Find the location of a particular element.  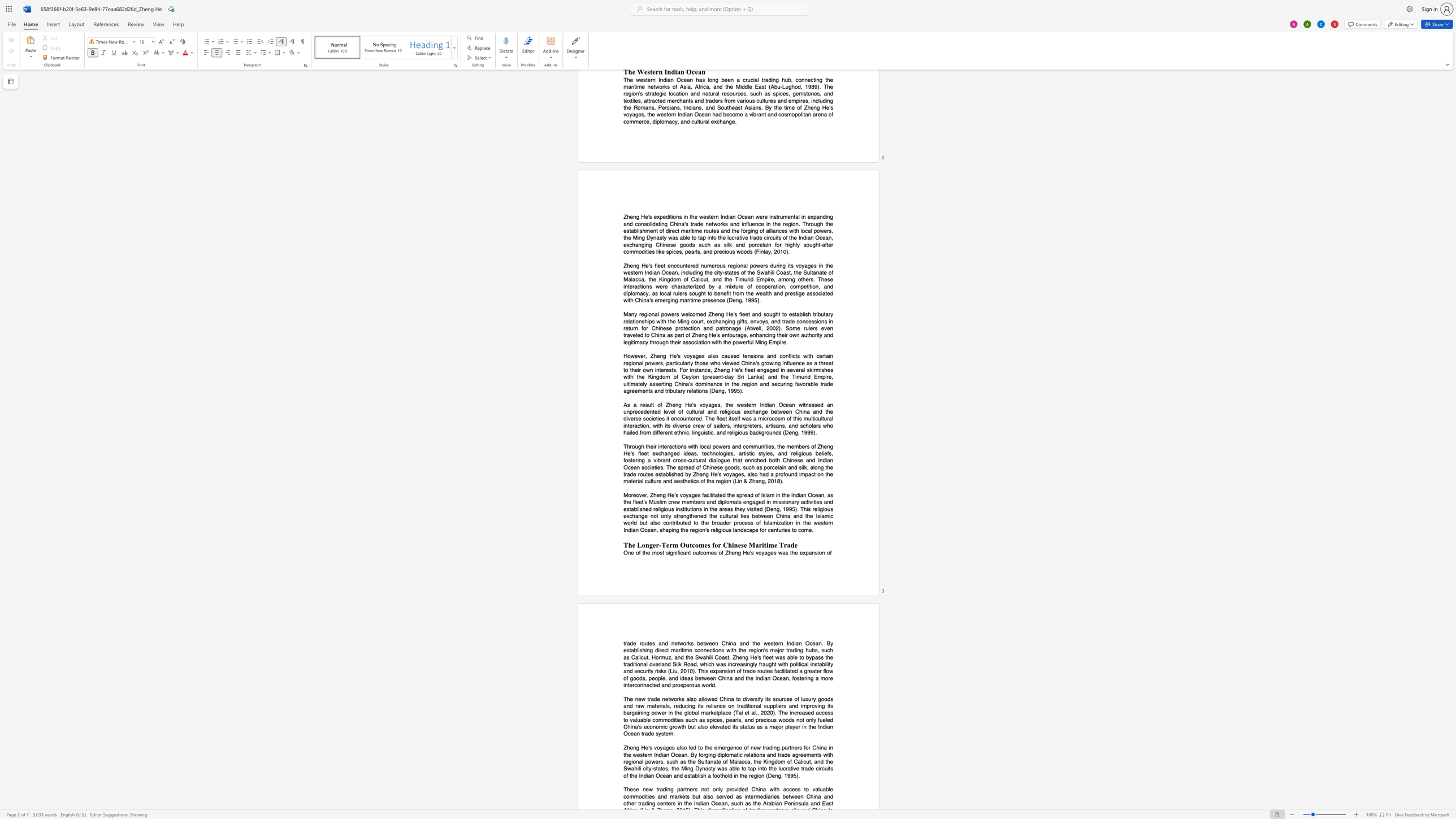

the subset text "over, Zhen" within the text "Moreover, Zheng He" is located at coordinates (636, 495).